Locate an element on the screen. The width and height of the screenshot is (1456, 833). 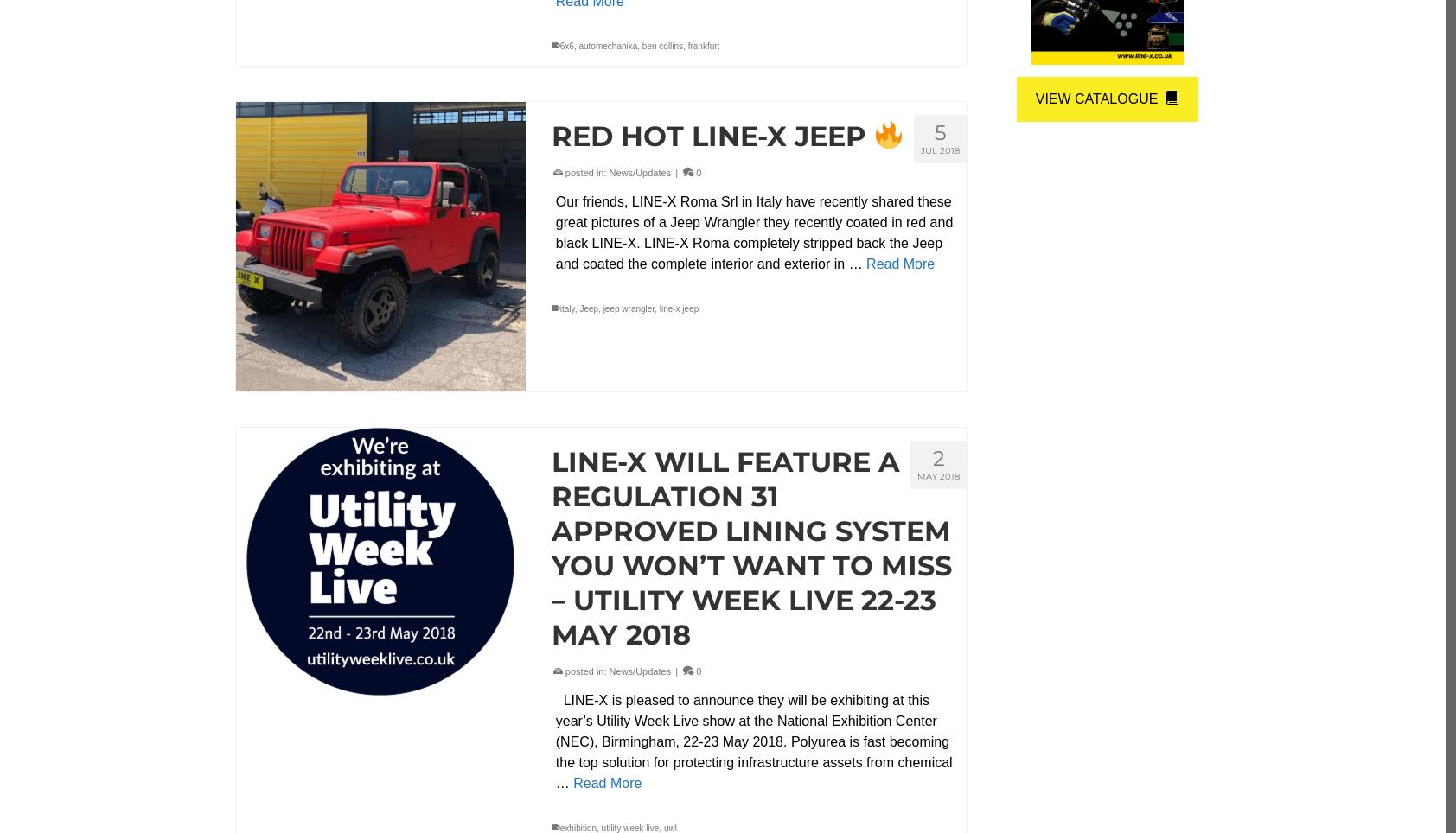
'May 2018' is located at coordinates (938, 475).